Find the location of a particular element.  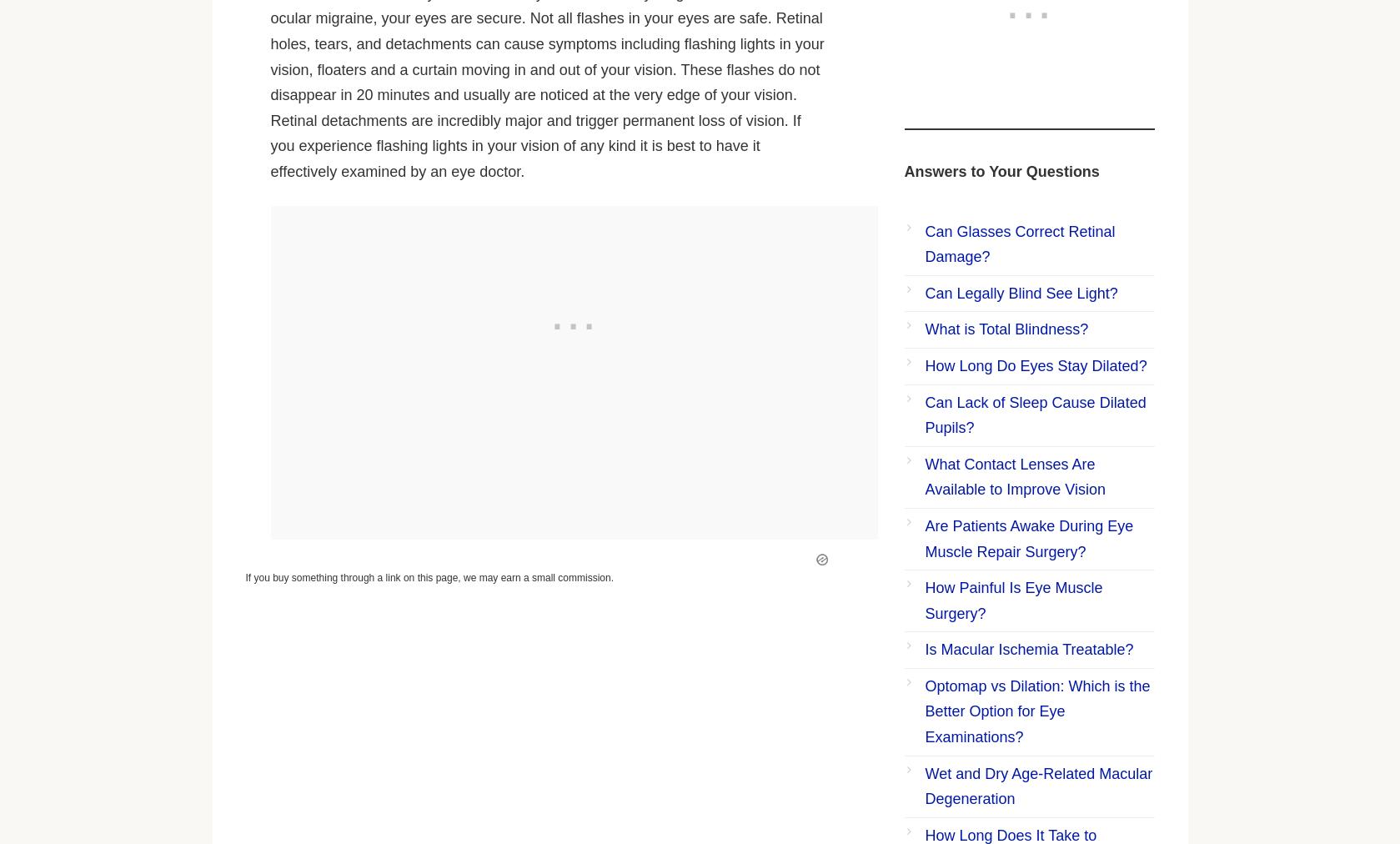

'Is Macular Ischemia Treatable?' is located at coordinates (923, 649).